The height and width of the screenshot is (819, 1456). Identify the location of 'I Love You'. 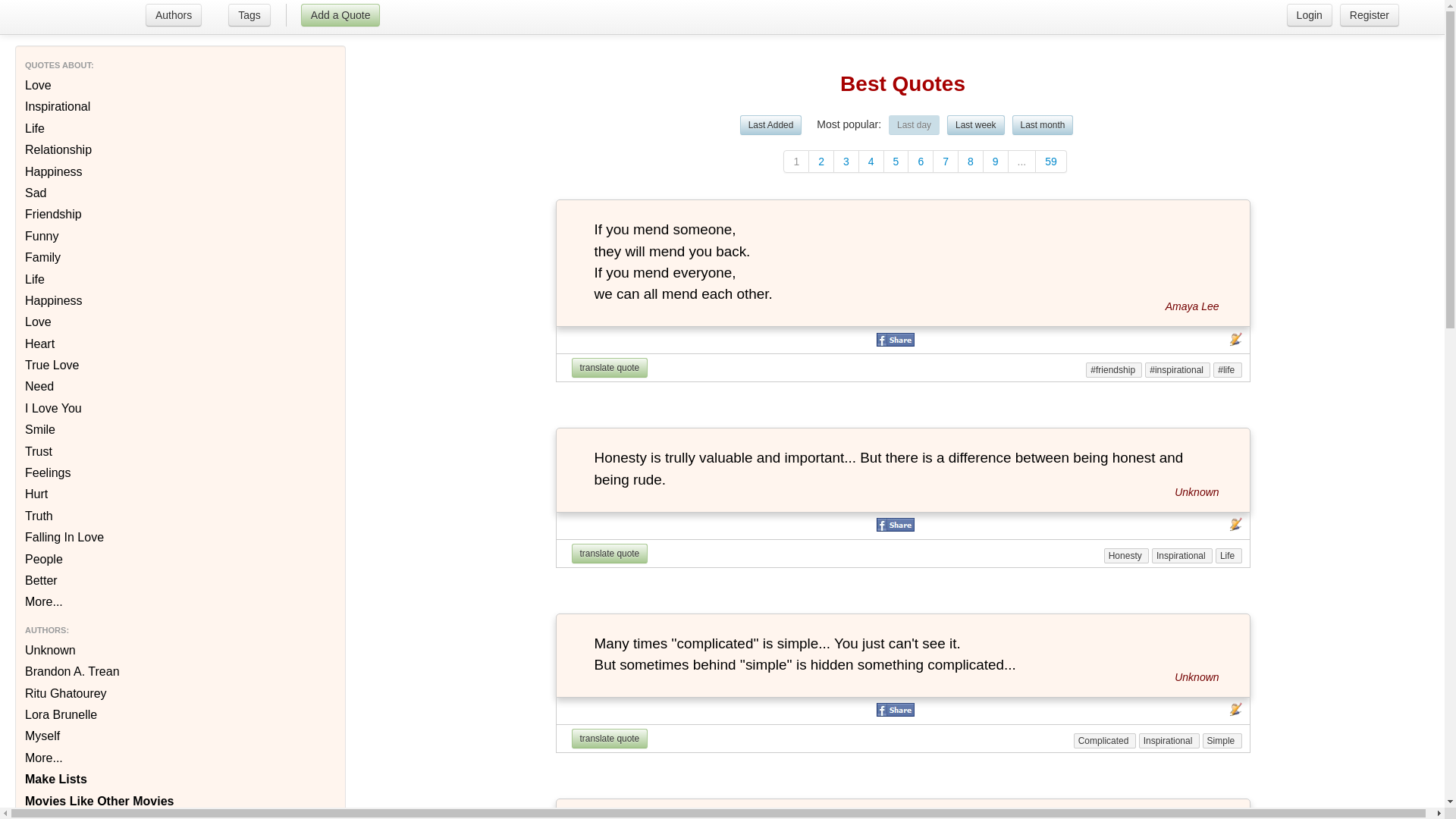
(14, 408).